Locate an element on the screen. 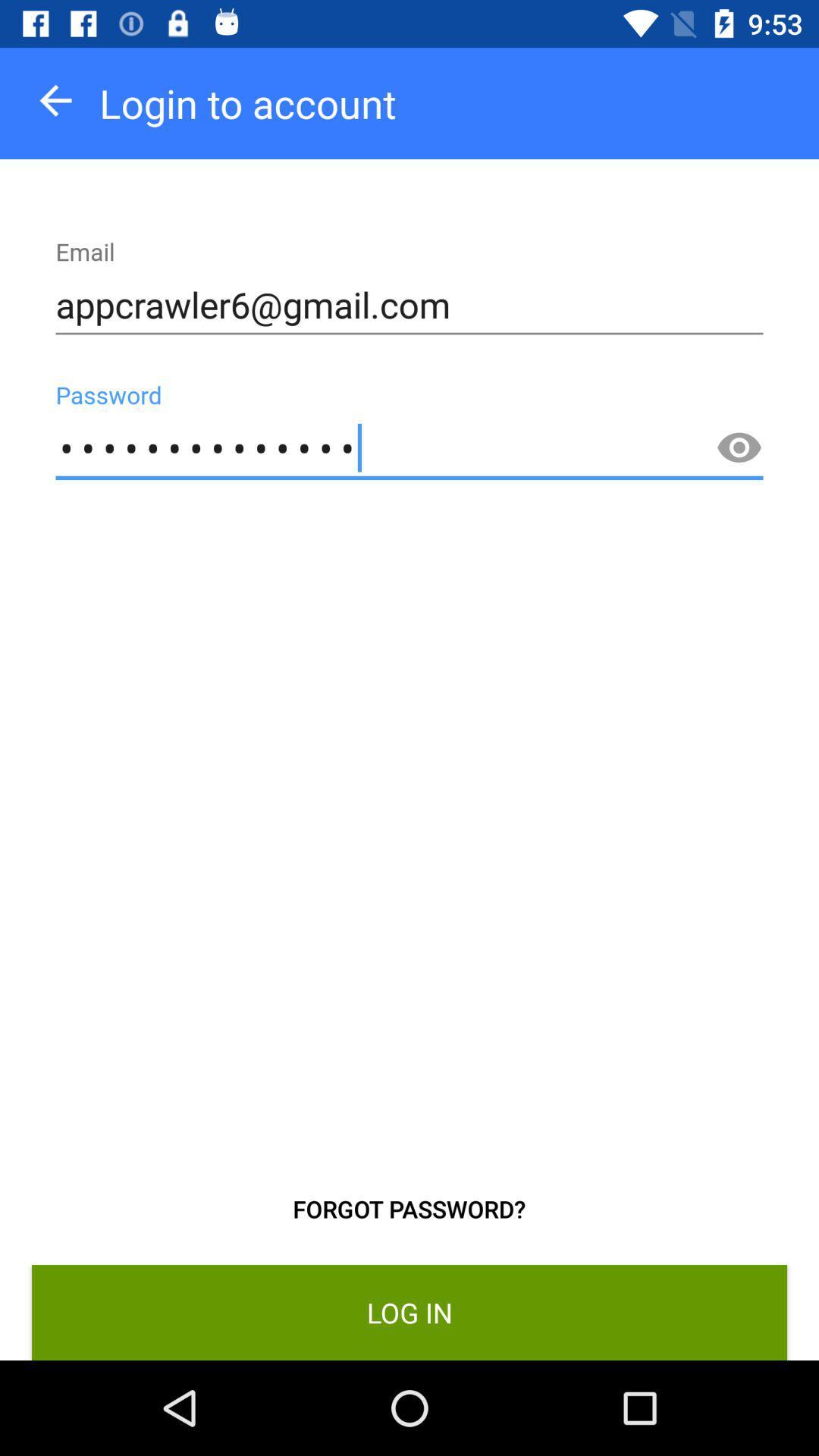 The height and width of the screenshot is (1456, 819). item below forgot password? is located at coordinates (409, 1312).